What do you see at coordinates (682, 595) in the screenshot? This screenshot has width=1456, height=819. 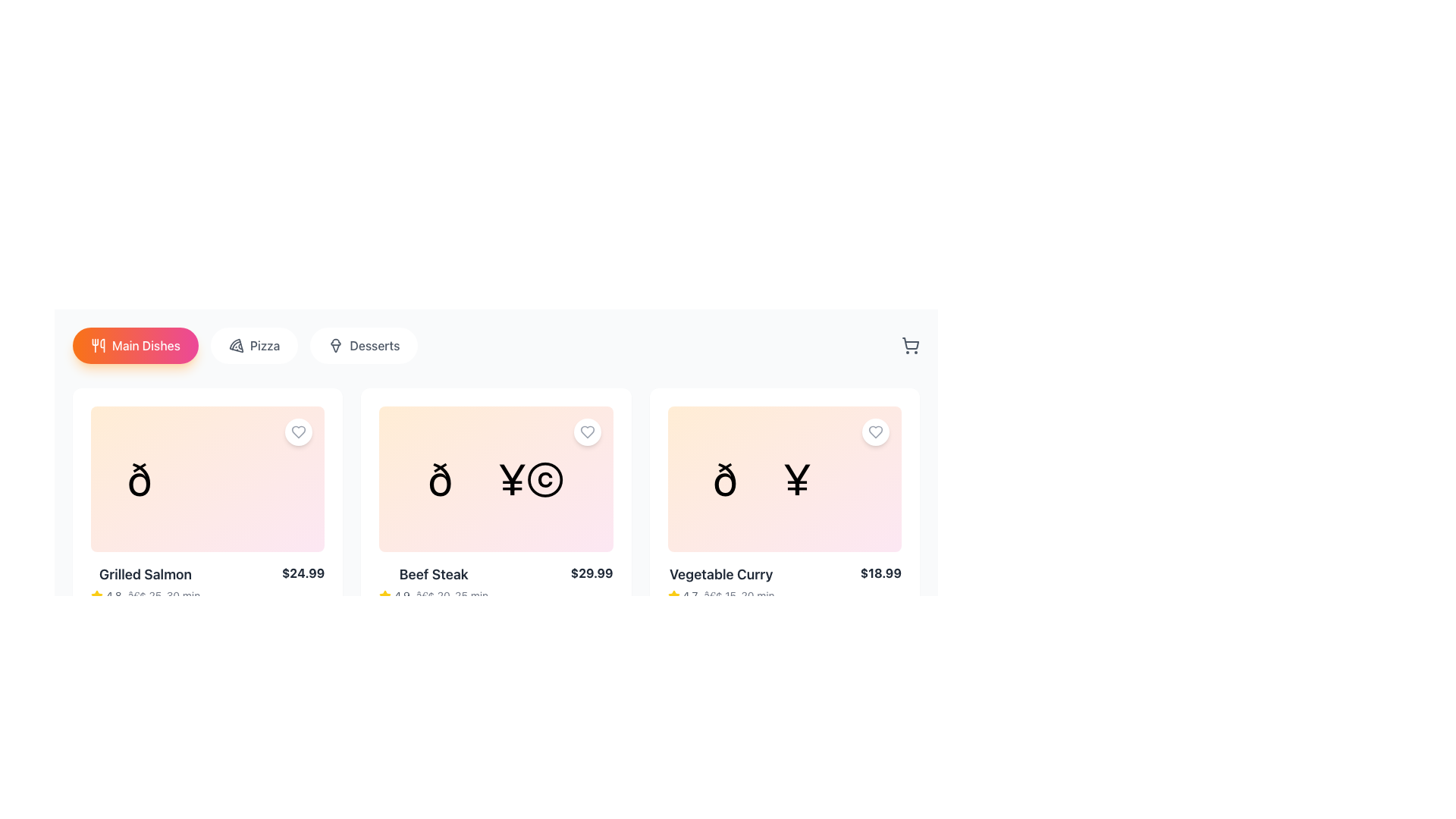 I see `the Rating indicator for the 'Vegetable Curry' item, which features a yellow star icon and the text '4.7' in dark gray, located in the bottom left corner of its card layout` at bounding box center [682, 595].